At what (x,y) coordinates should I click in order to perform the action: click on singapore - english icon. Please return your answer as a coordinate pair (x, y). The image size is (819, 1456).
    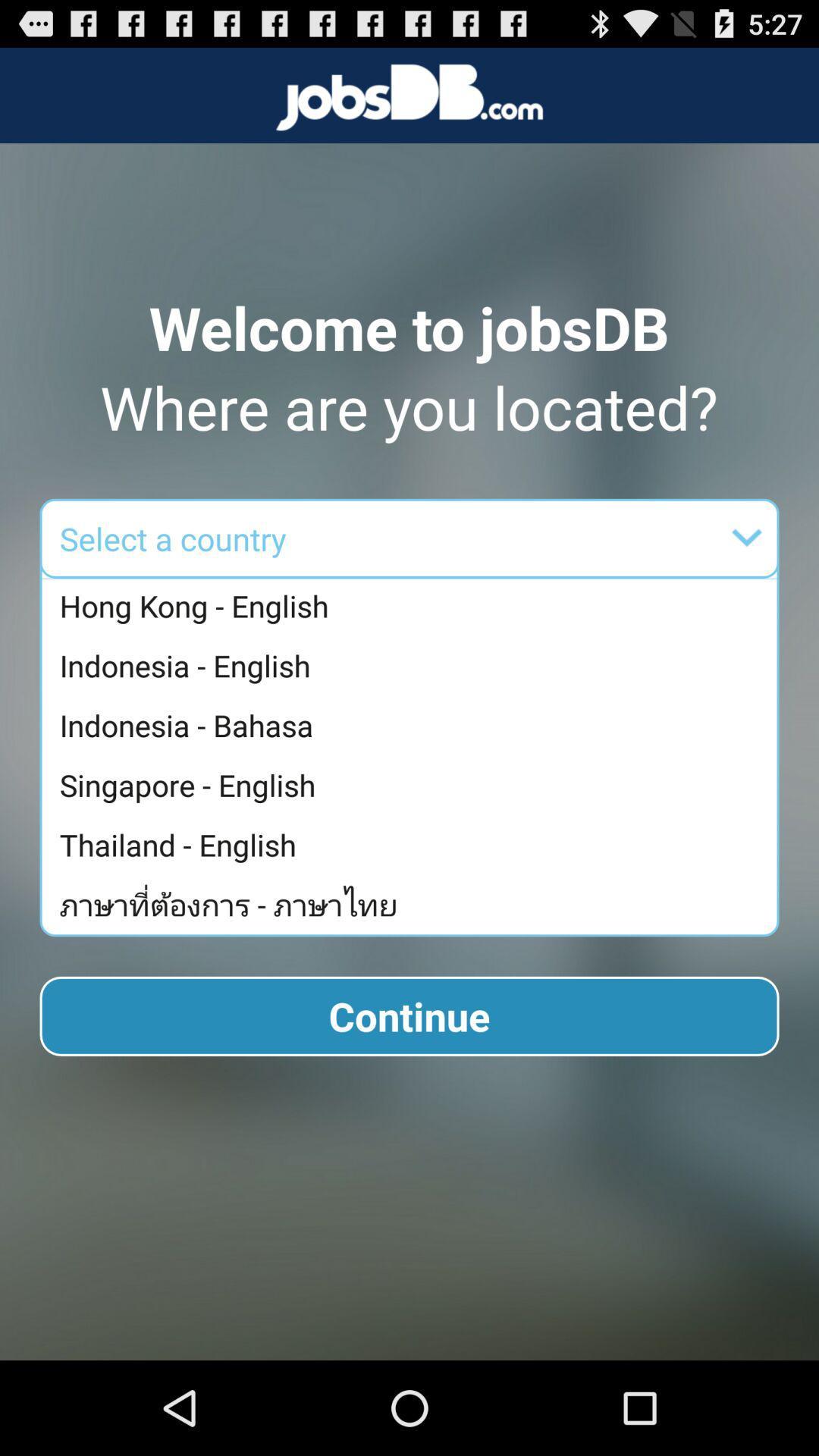
    Looking at the image, I should click on (413, 785).